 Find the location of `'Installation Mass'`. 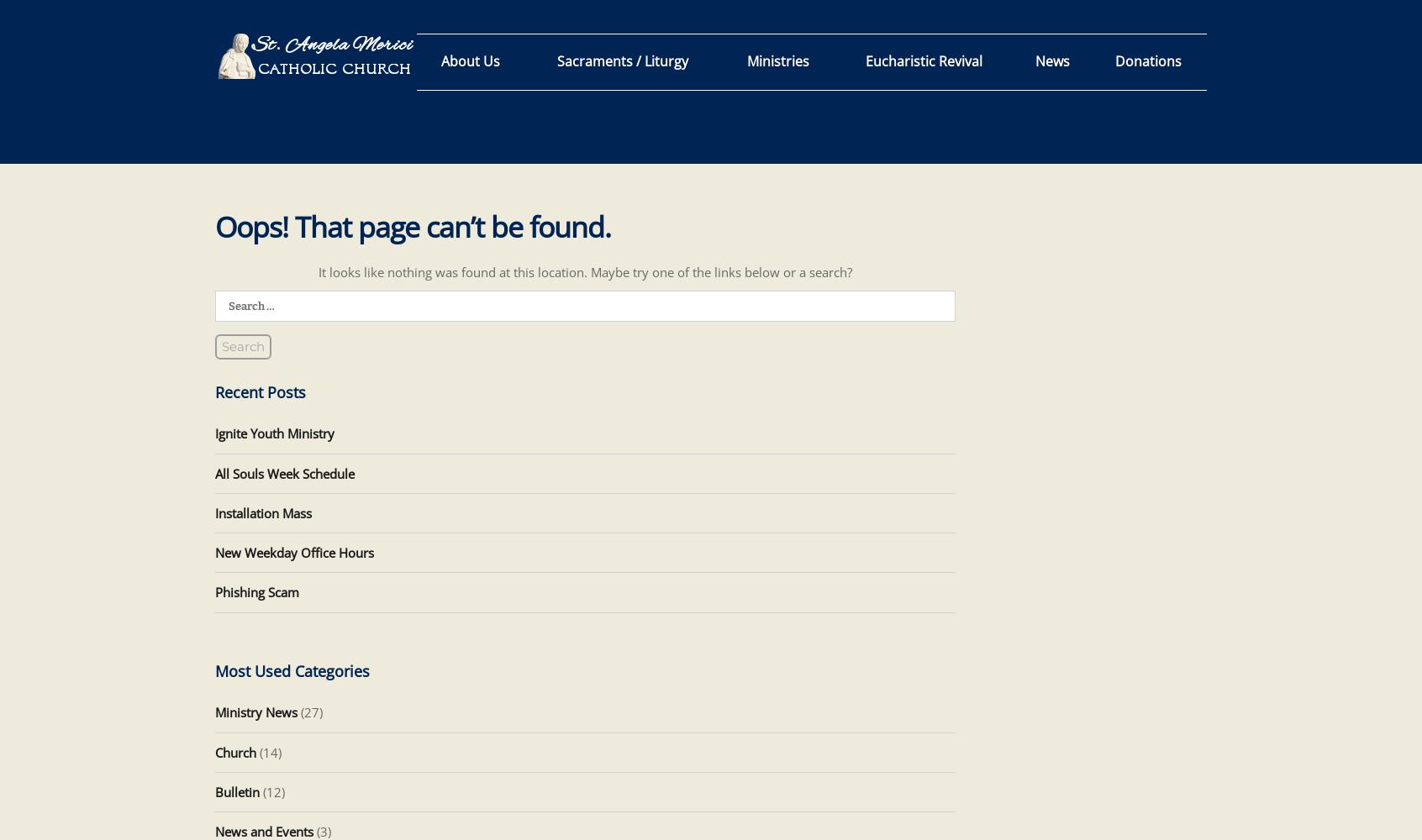

'Installation Mass' is located at coordinates (261, 512).